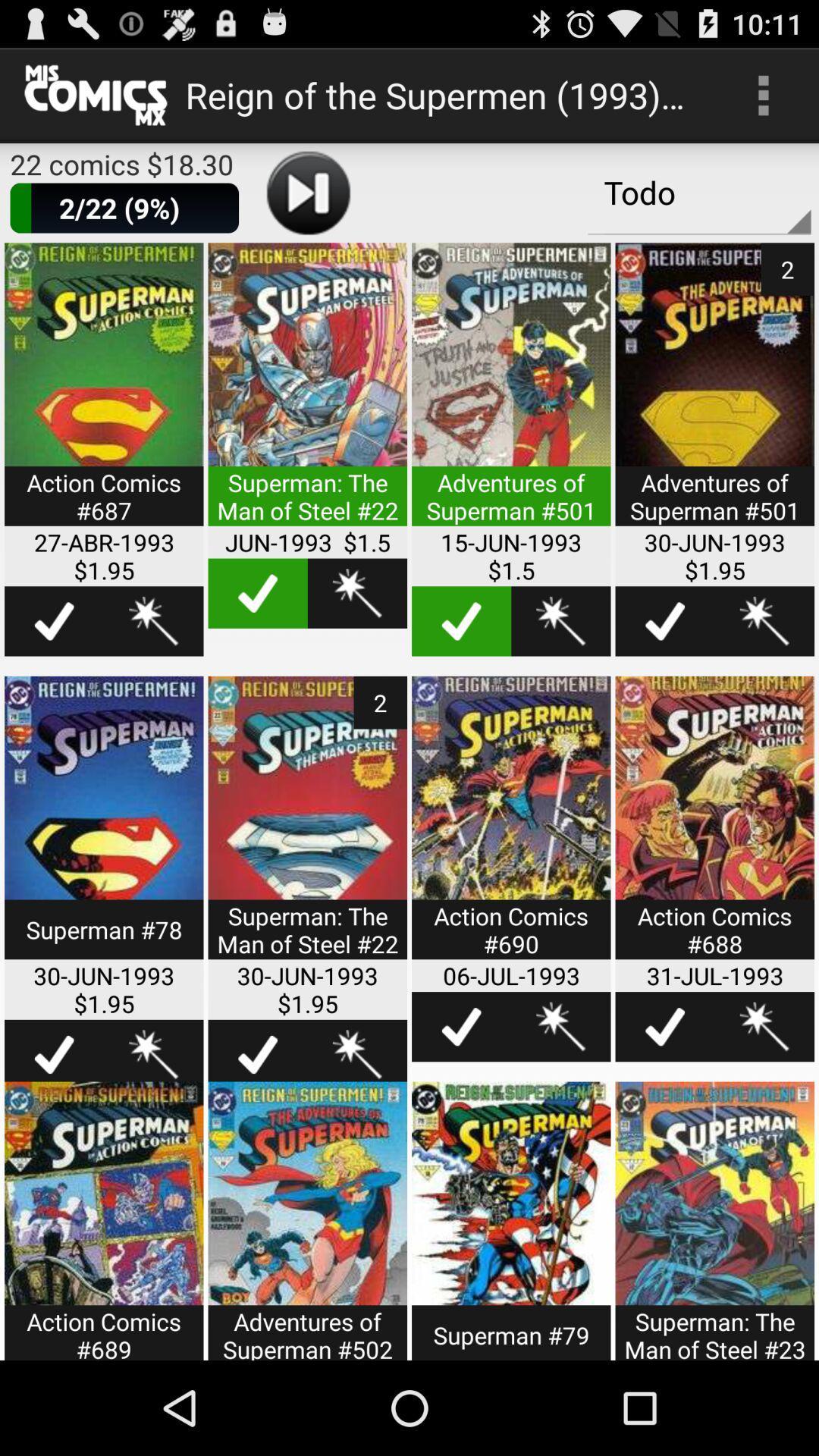  What do you see at coordinates (560, 1027) in the screenshot?
I see `favorite` at bounding box center [560, 1027].